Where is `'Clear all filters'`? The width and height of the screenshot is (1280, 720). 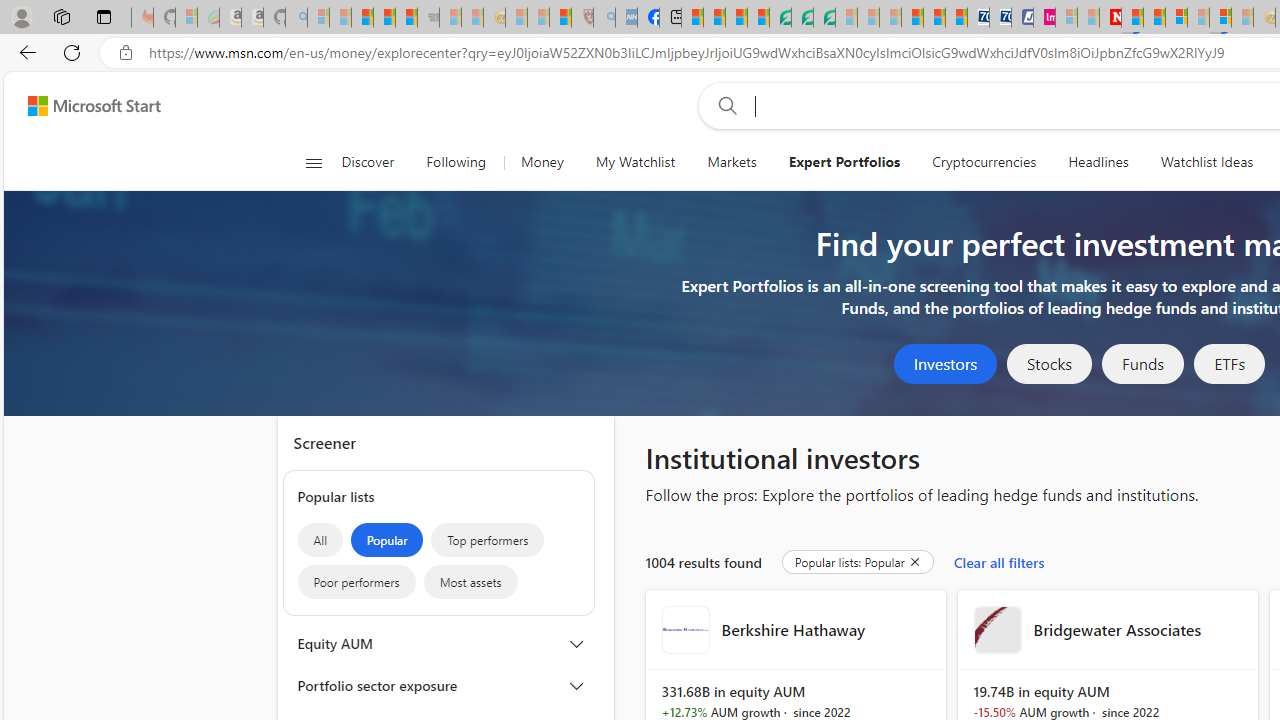
'Clear all filters' is located at coordinates (999, 561).